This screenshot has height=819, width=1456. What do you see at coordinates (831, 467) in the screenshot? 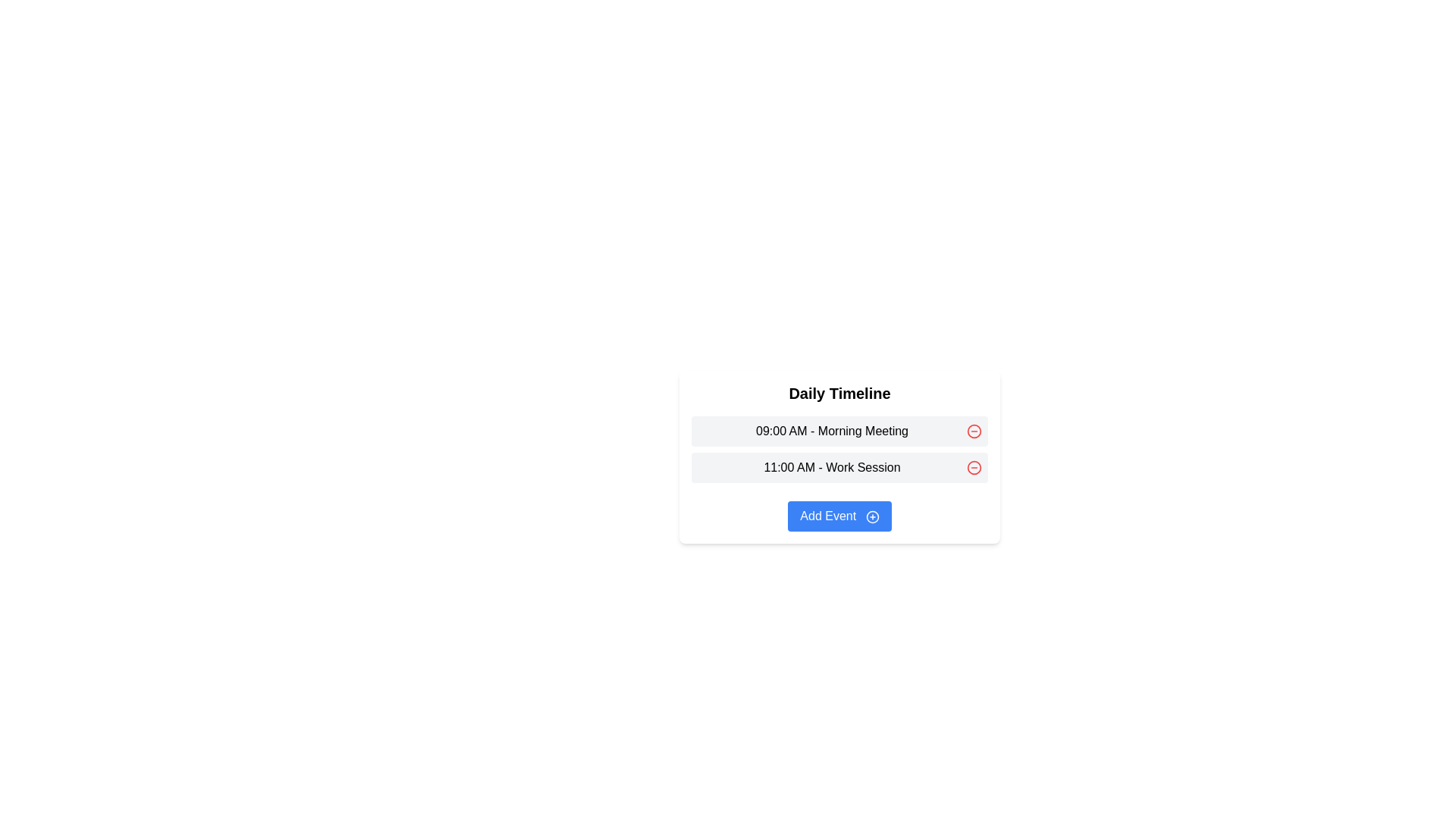
I see `the text label displaying '11:00 AM - Work Session', which is centrally aligned within the light gray background section of the timeline interface` at bounding box center [831, 467].